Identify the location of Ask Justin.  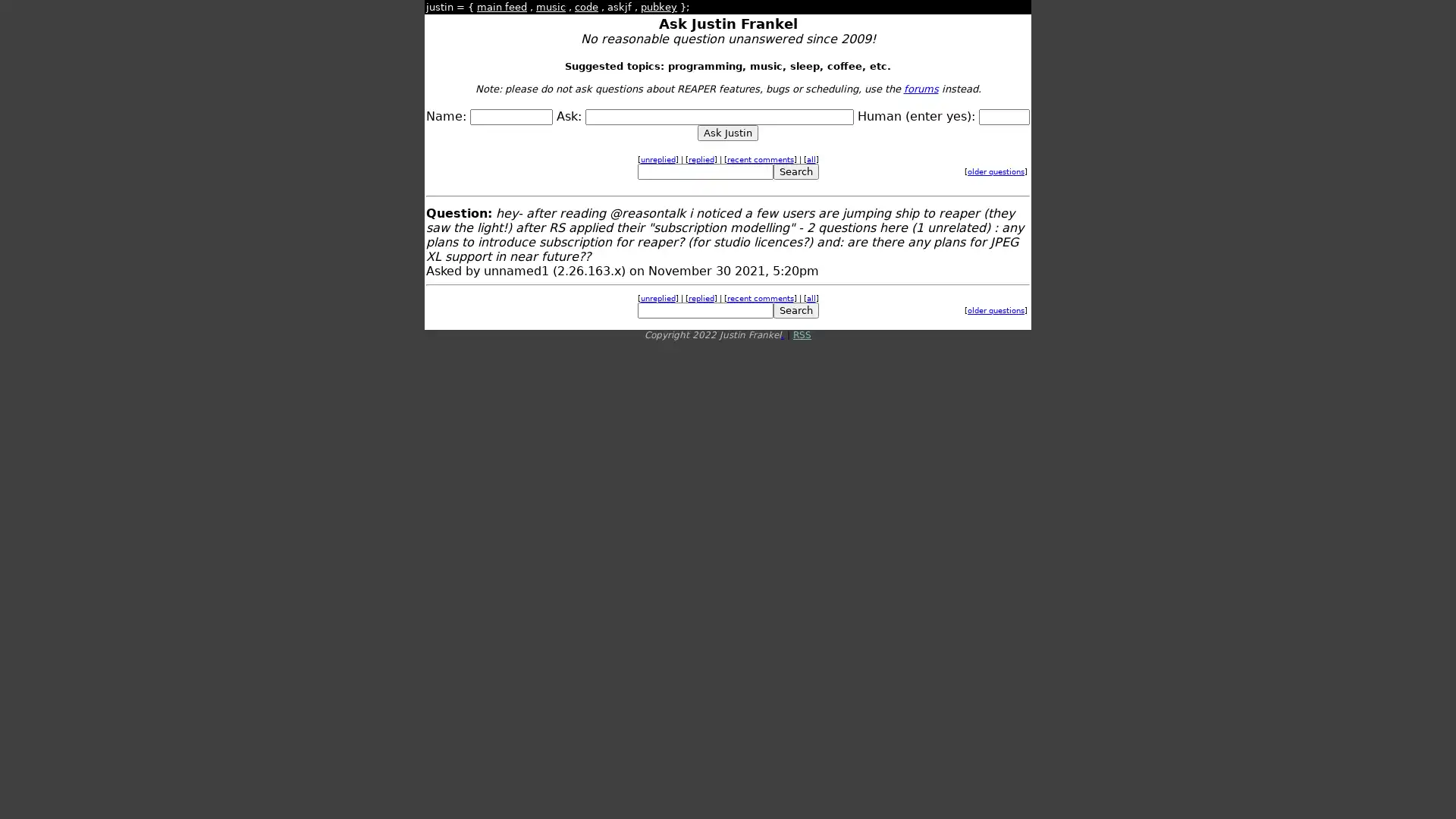
(728, 132).